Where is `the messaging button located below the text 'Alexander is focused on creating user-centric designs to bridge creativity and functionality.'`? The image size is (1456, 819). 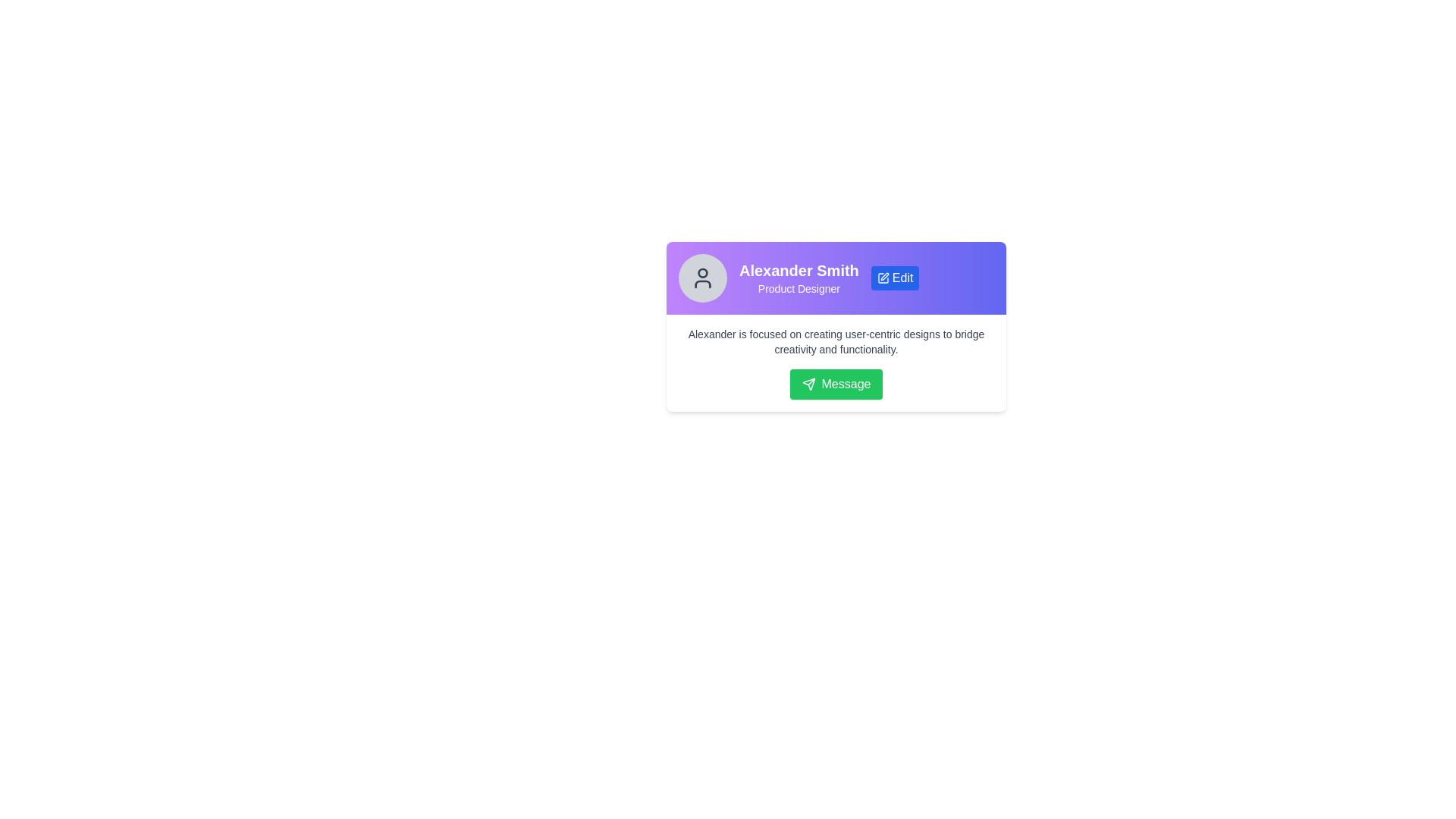
the messaging button located below the text 'Alexander is focused on creating user-centric designs to bridge creativity and functionality.' is located at coordinates (836, 383).